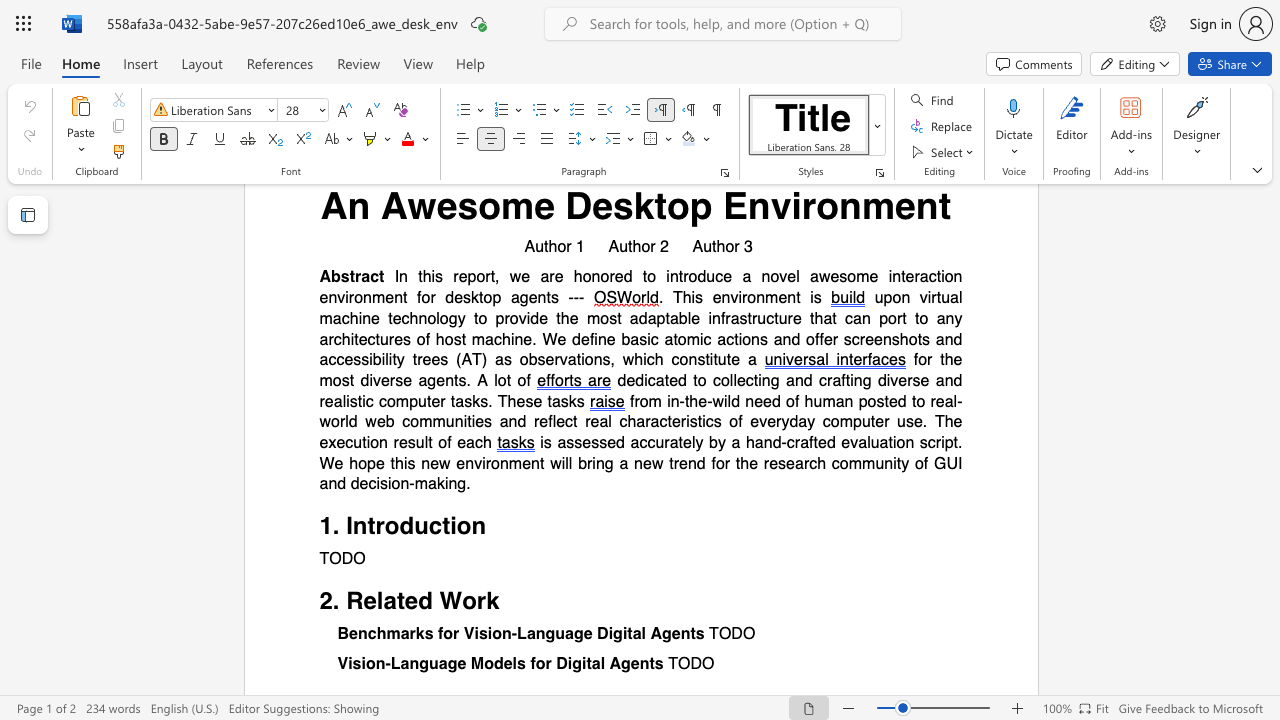  What do you see at coordinates (700, 338) in the screenshot?
I see `the subset text "ic actions and offer screenshots and accessibility trees (AT) as observati" within the text "upon virtual machine technology to provide the most adaptable infrastructure that can port to any architectures of host machine. We define basic atomic actions and offer screenshots and accessibility trees (AT) as observations, which"` at bounding box center [700, 338].